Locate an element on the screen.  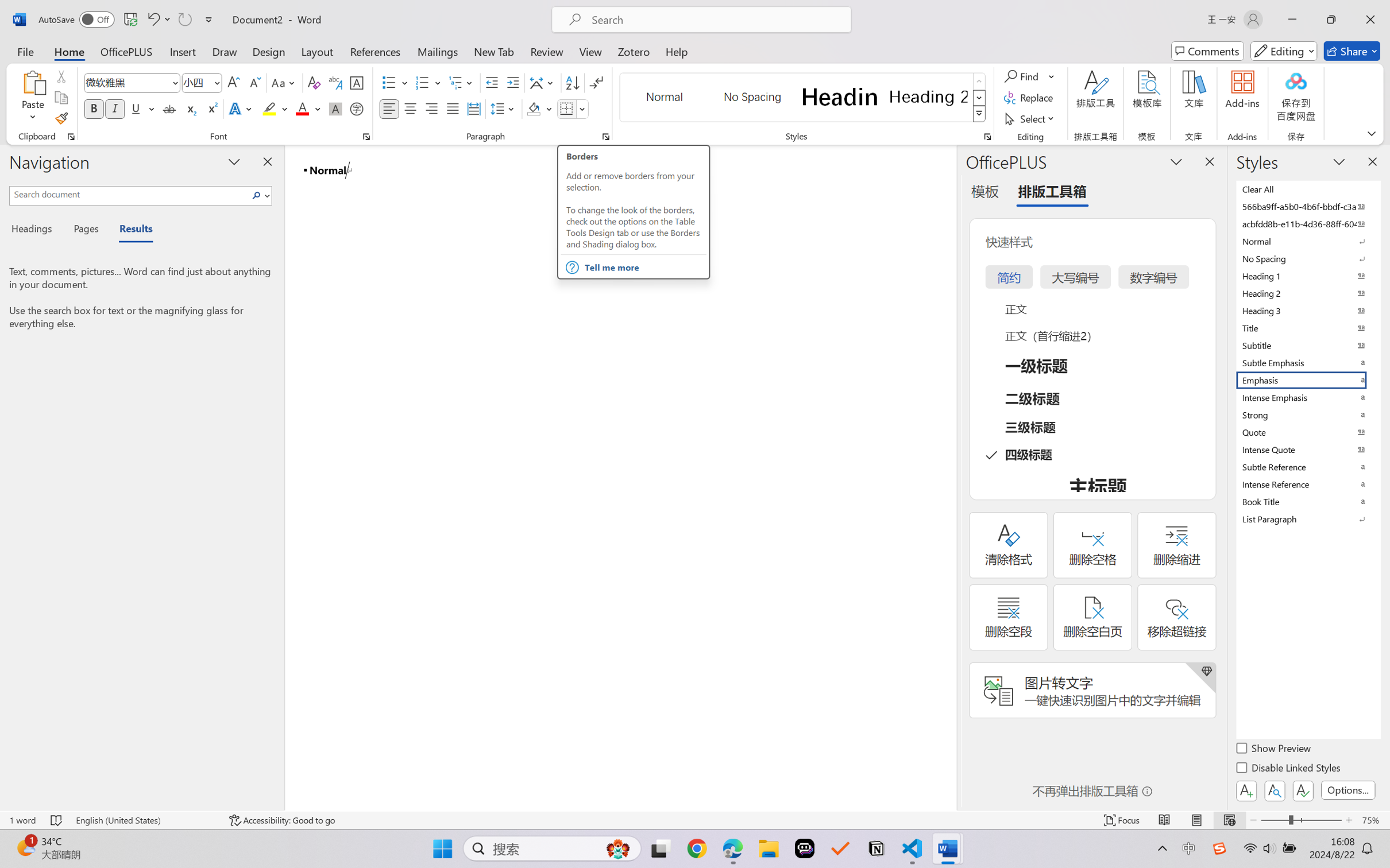
'Read Mode' is located at coordinates (1164, 820).